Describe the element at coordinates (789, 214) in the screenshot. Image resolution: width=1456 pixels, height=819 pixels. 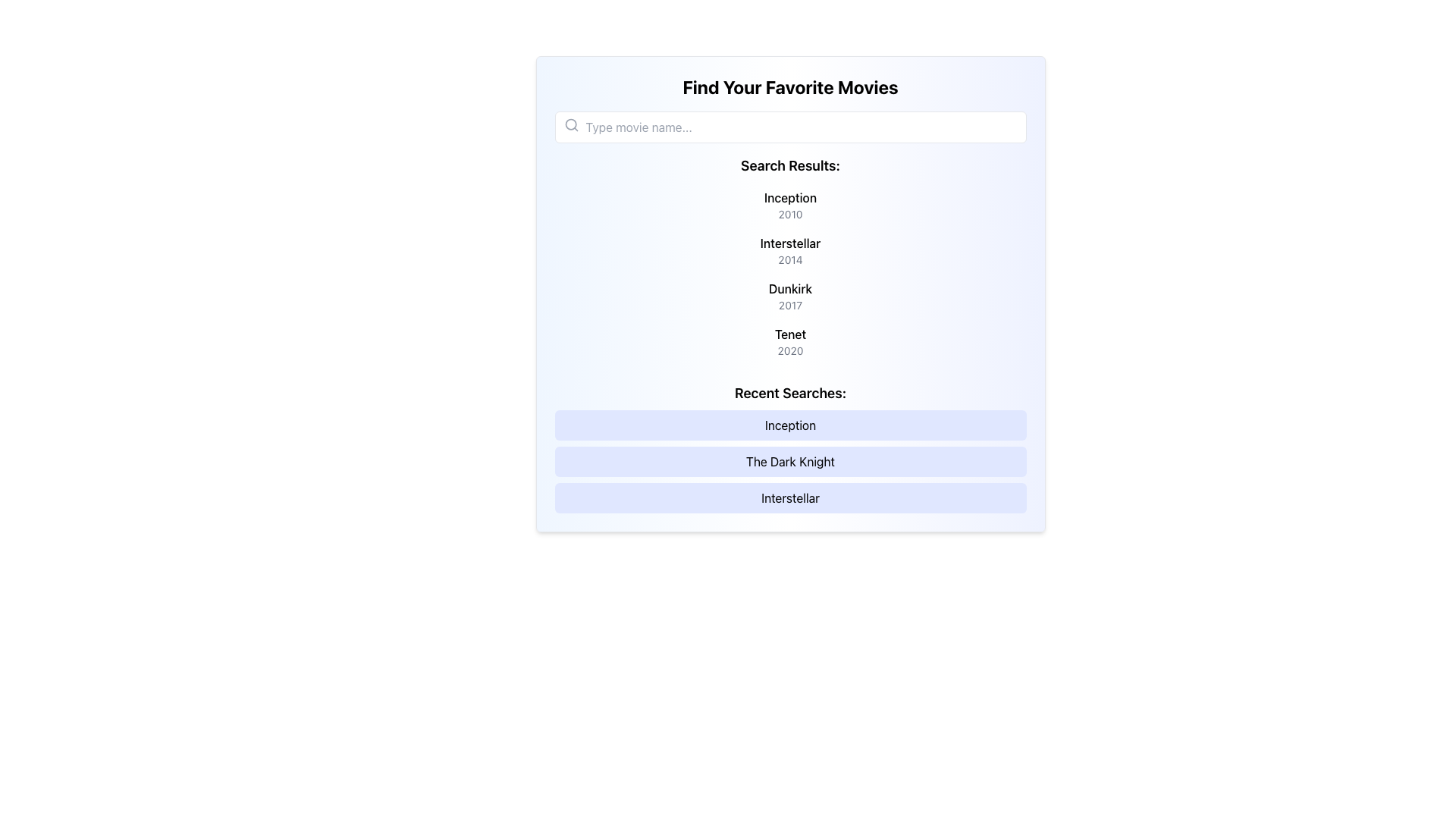
I see `the static text label displaying the year '2010', which is in gray color and located below the movie title 'Inception' in the search results section` at that location.